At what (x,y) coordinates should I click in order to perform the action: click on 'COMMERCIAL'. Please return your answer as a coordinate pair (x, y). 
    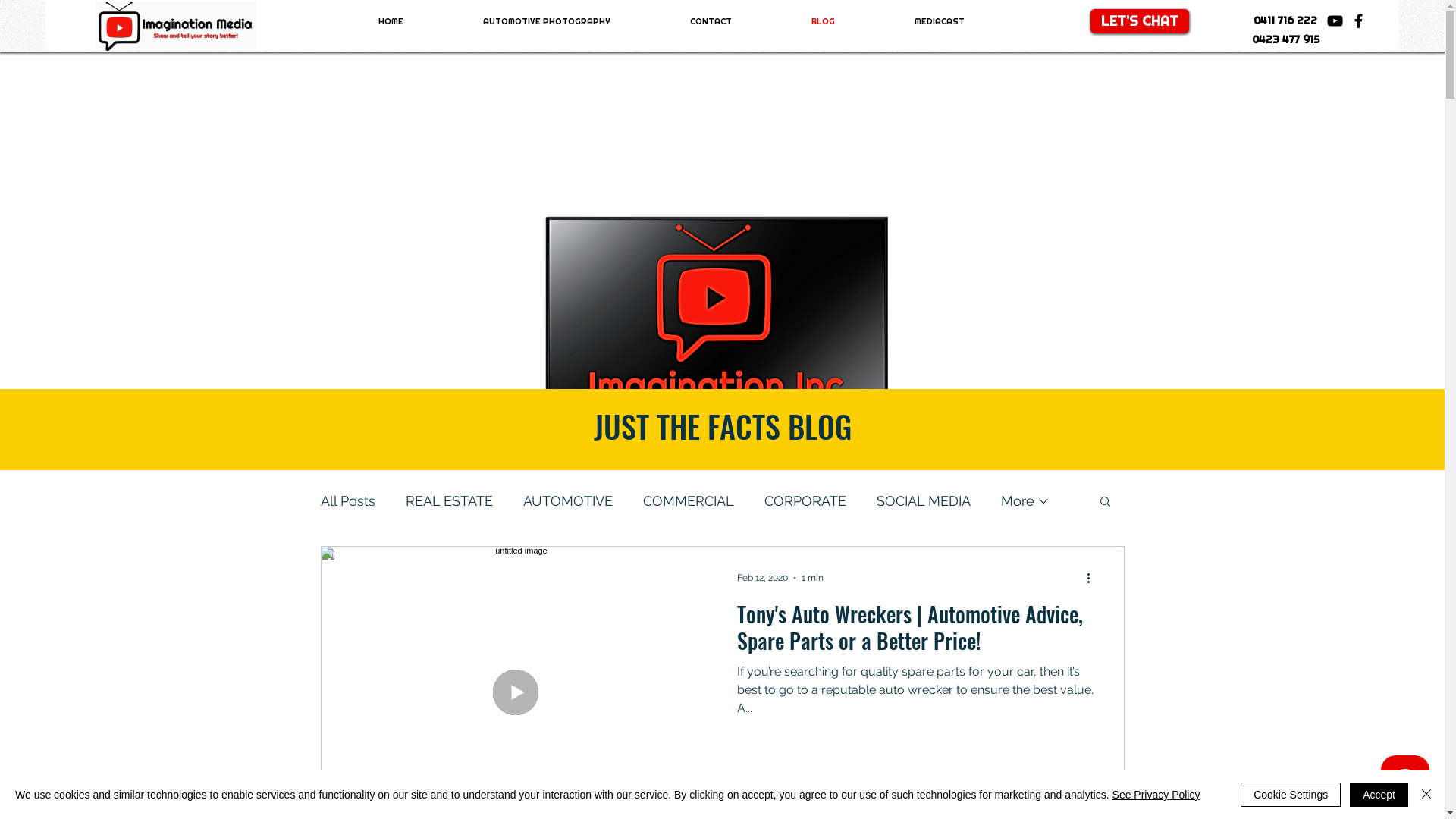
    Looking at the image, I should click on (643, 500).